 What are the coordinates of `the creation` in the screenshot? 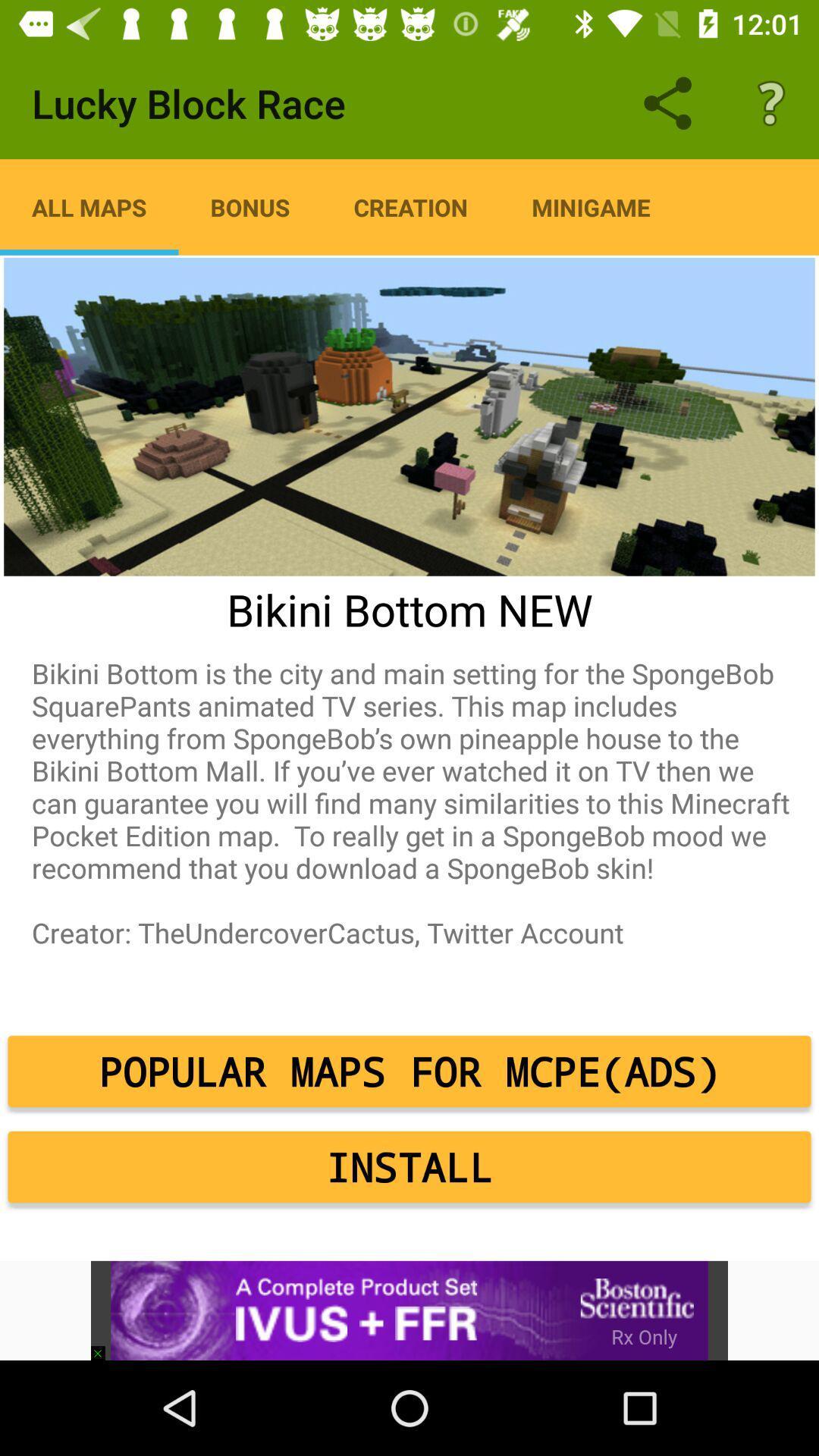 It's located at (410, 206).